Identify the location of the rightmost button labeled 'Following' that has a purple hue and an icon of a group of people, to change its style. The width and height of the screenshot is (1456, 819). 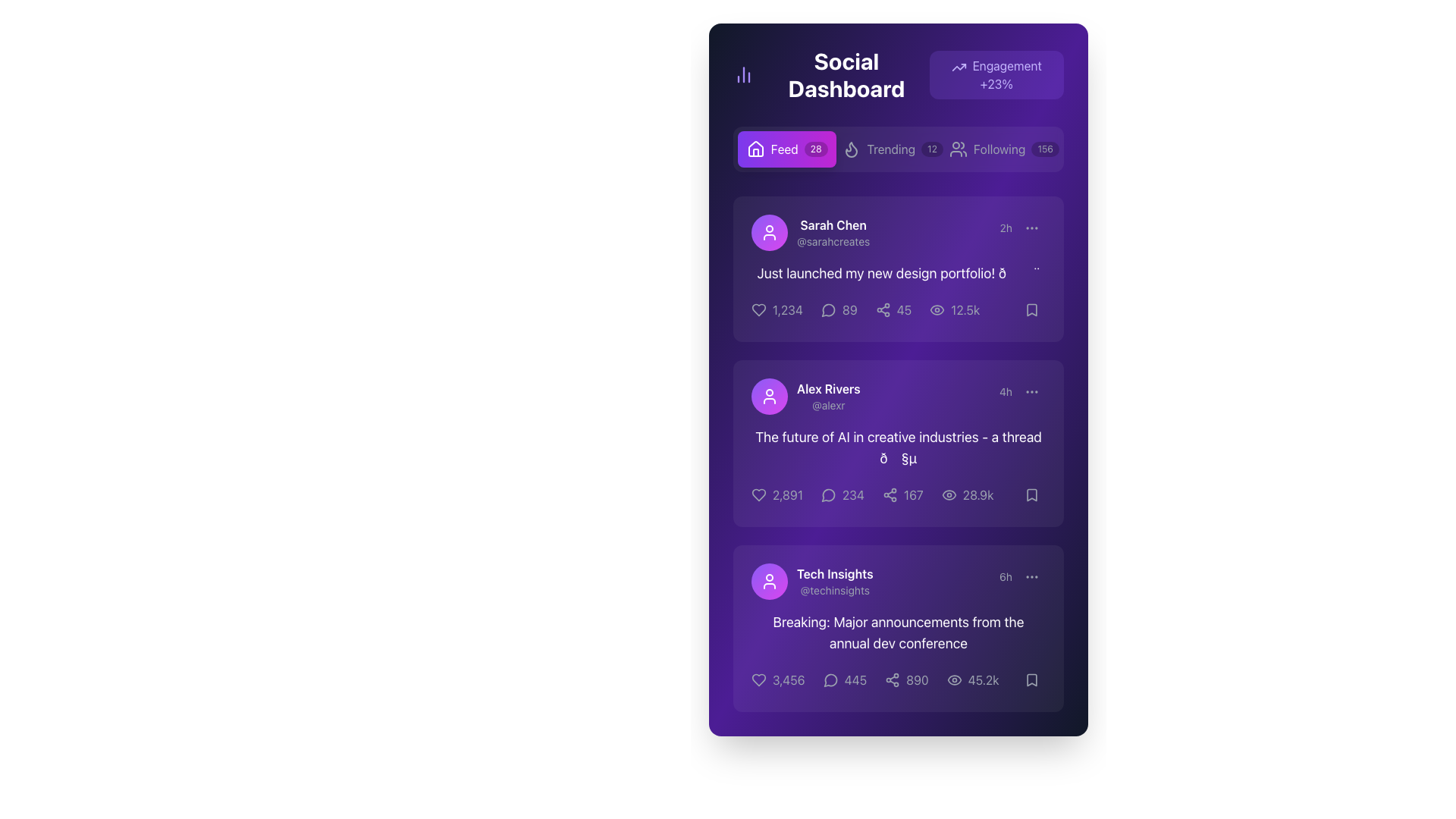
(1004, 149).